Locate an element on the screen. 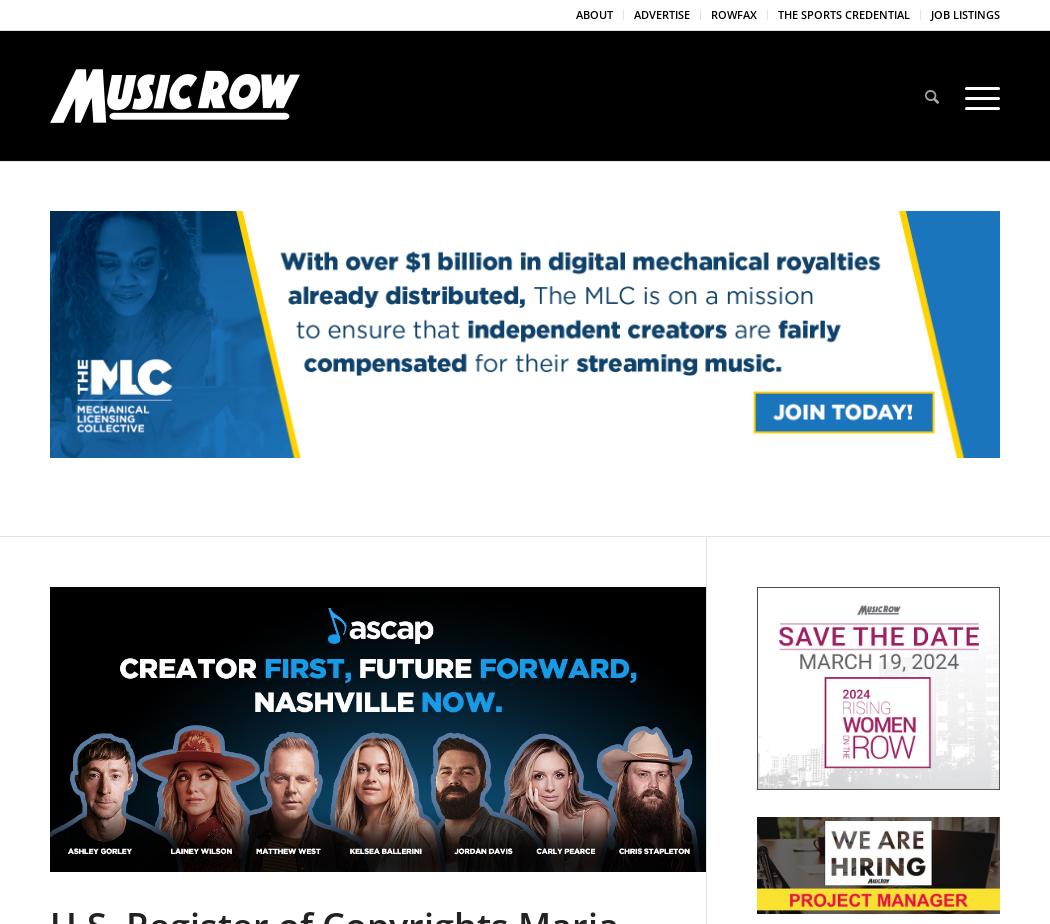 The height and width of the screenshot is (924, 1050). 'ADVERTISE' is located at coordinates (661, 14).